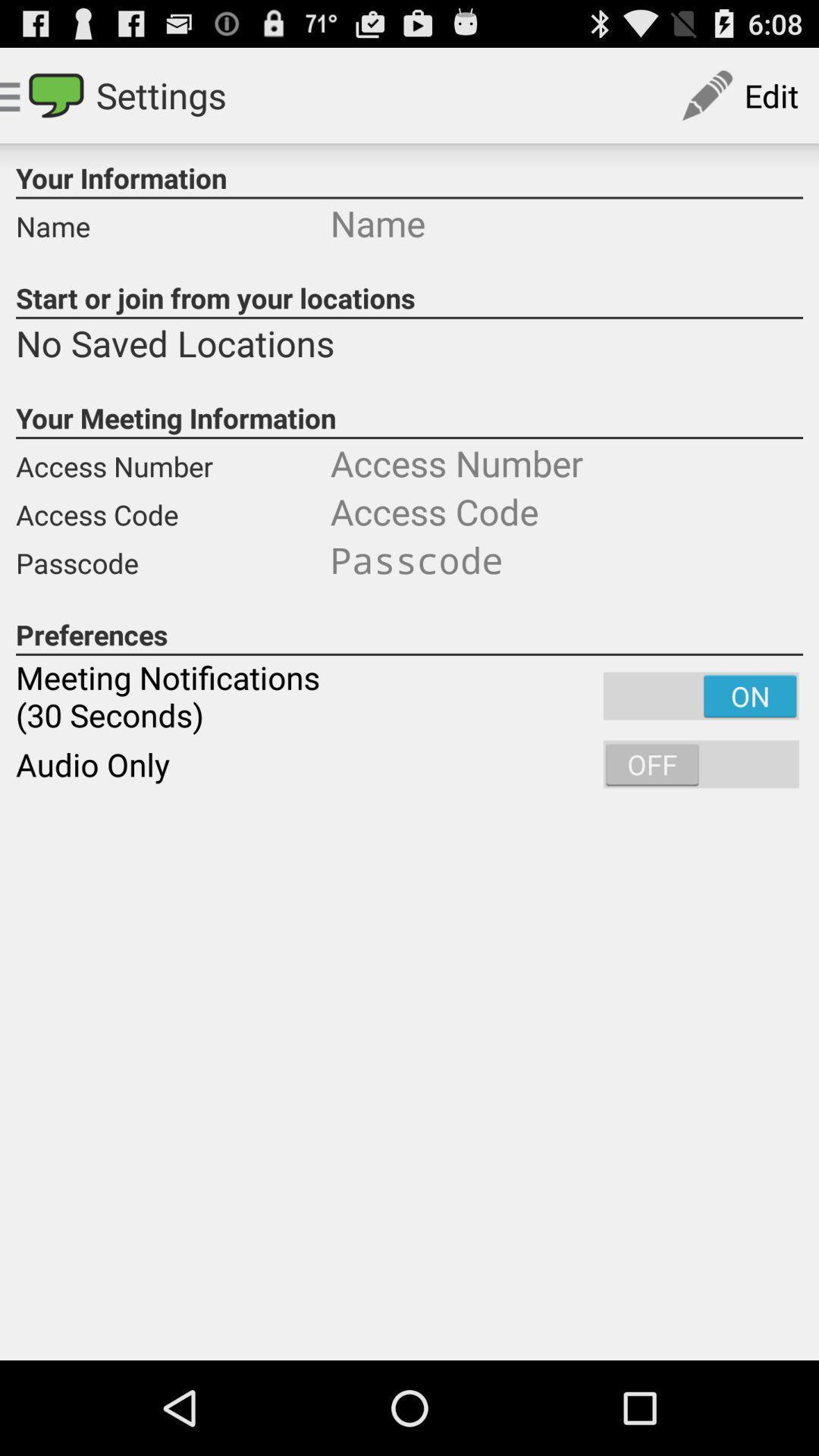 The height and width of the screenshot is (1456, 819). Describe the element at coordinates (409, 695) in the screenshot. I see `the meeting notifications 30` at that location.